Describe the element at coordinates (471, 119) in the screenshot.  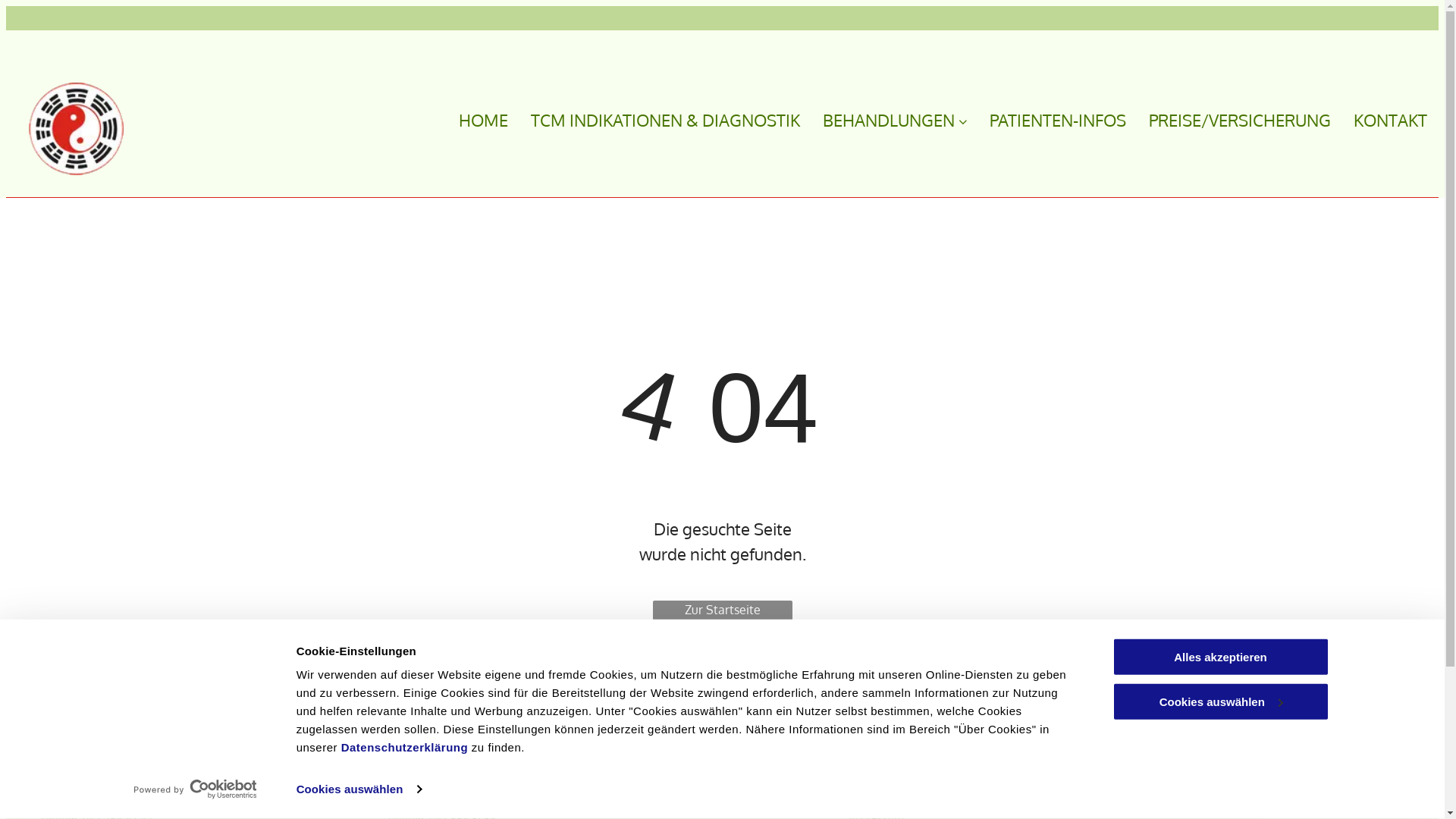
I see `'HOME'` at that location.